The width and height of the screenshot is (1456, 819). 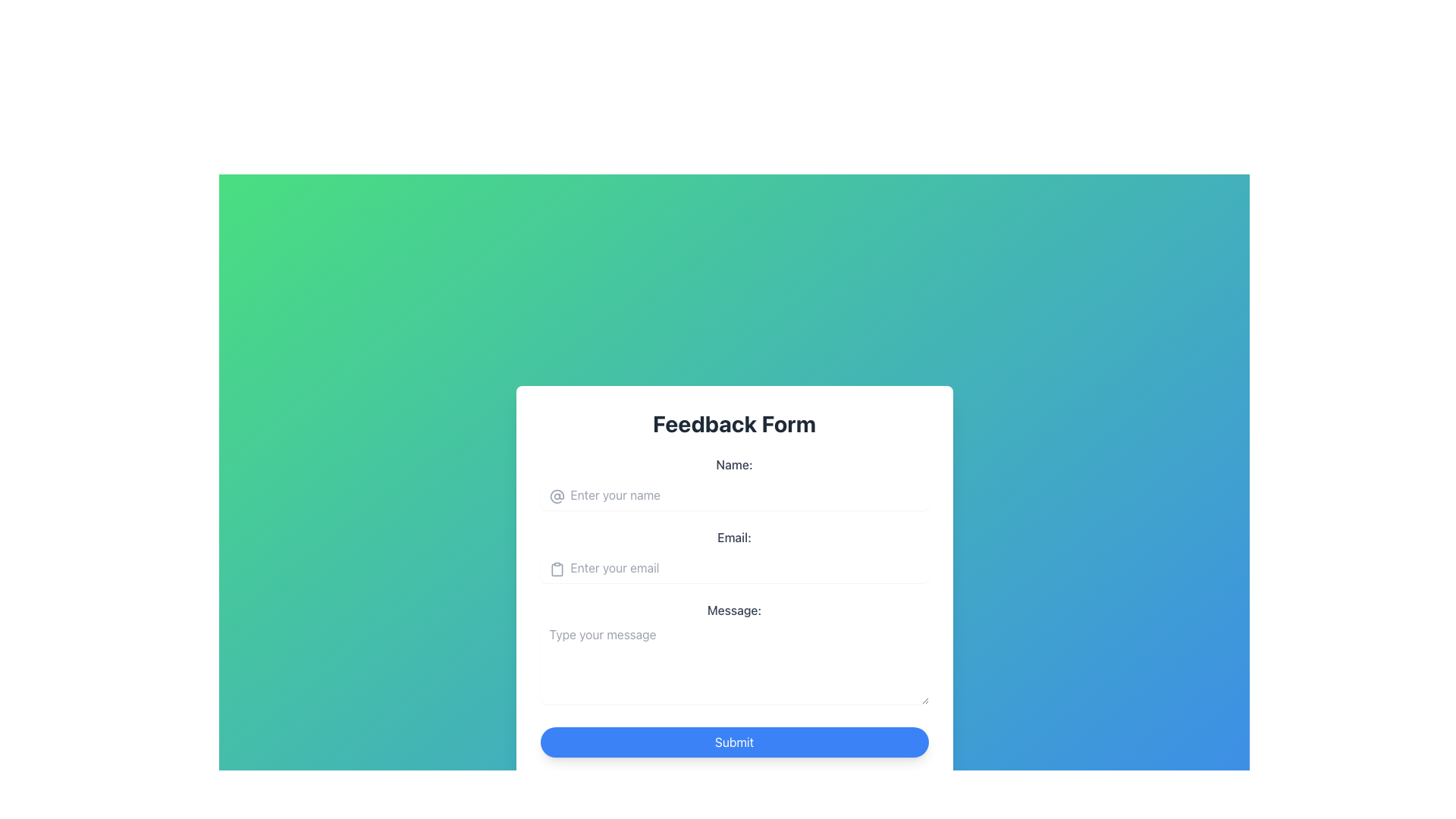 I want to click on the Text Label that guides users to enter a message, positioned above the 'Type your message' input field, so click(x=734, y=610).